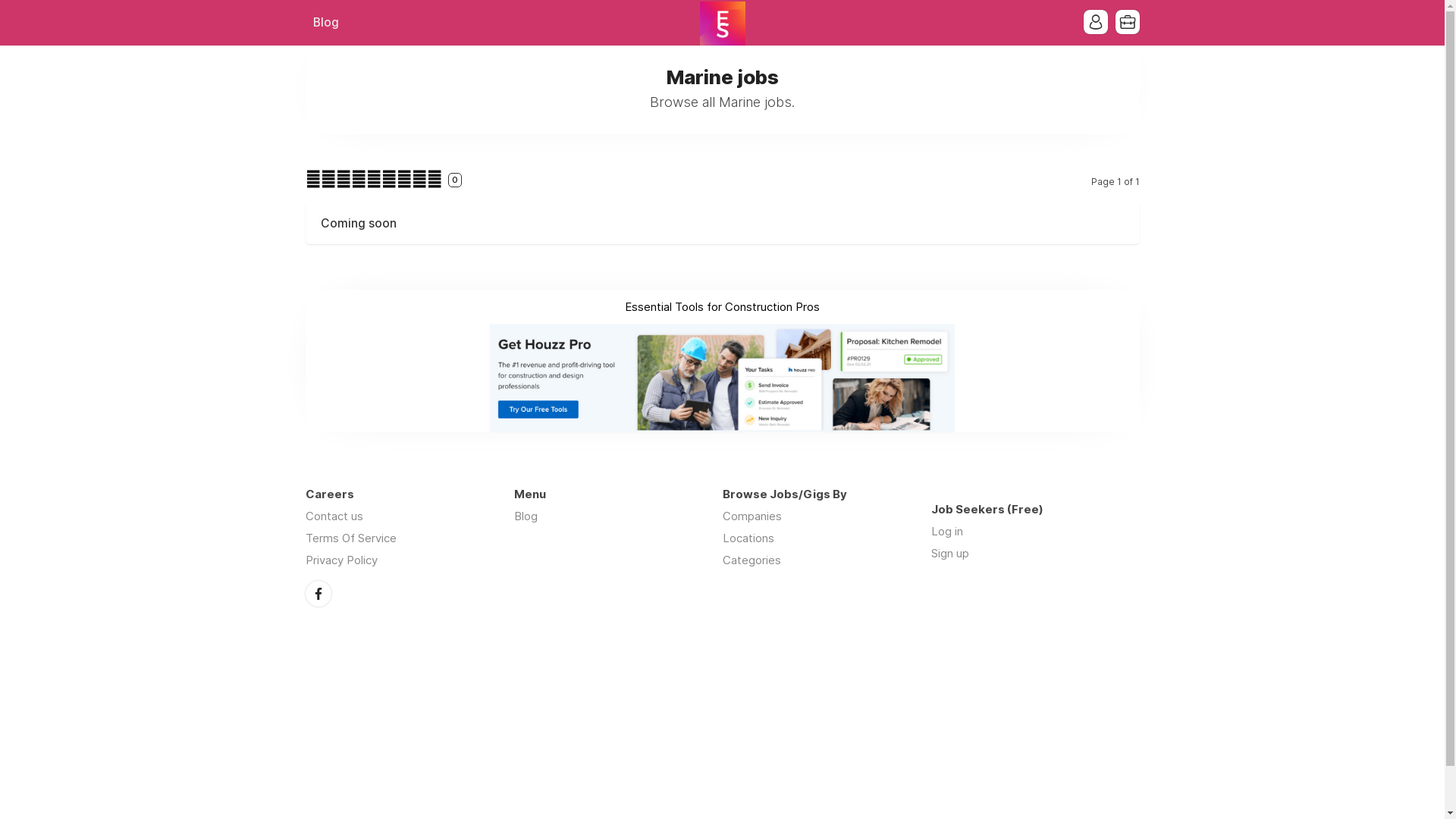 This screenshot has height=819, width=1456. I want to click on 'Sign up', so click(949, 553).